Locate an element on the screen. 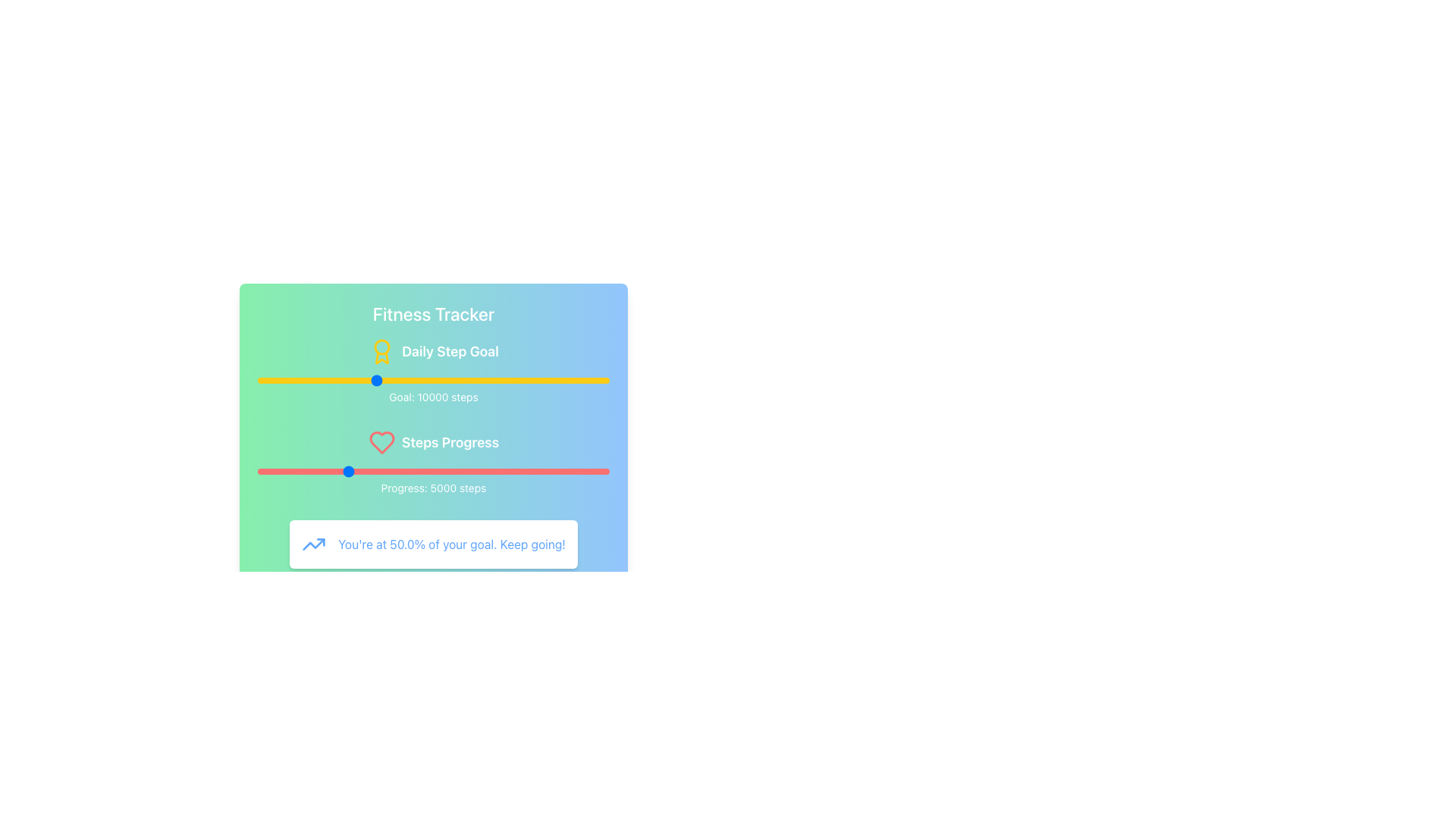  the daily step goal is located at coordinates (384, 379).